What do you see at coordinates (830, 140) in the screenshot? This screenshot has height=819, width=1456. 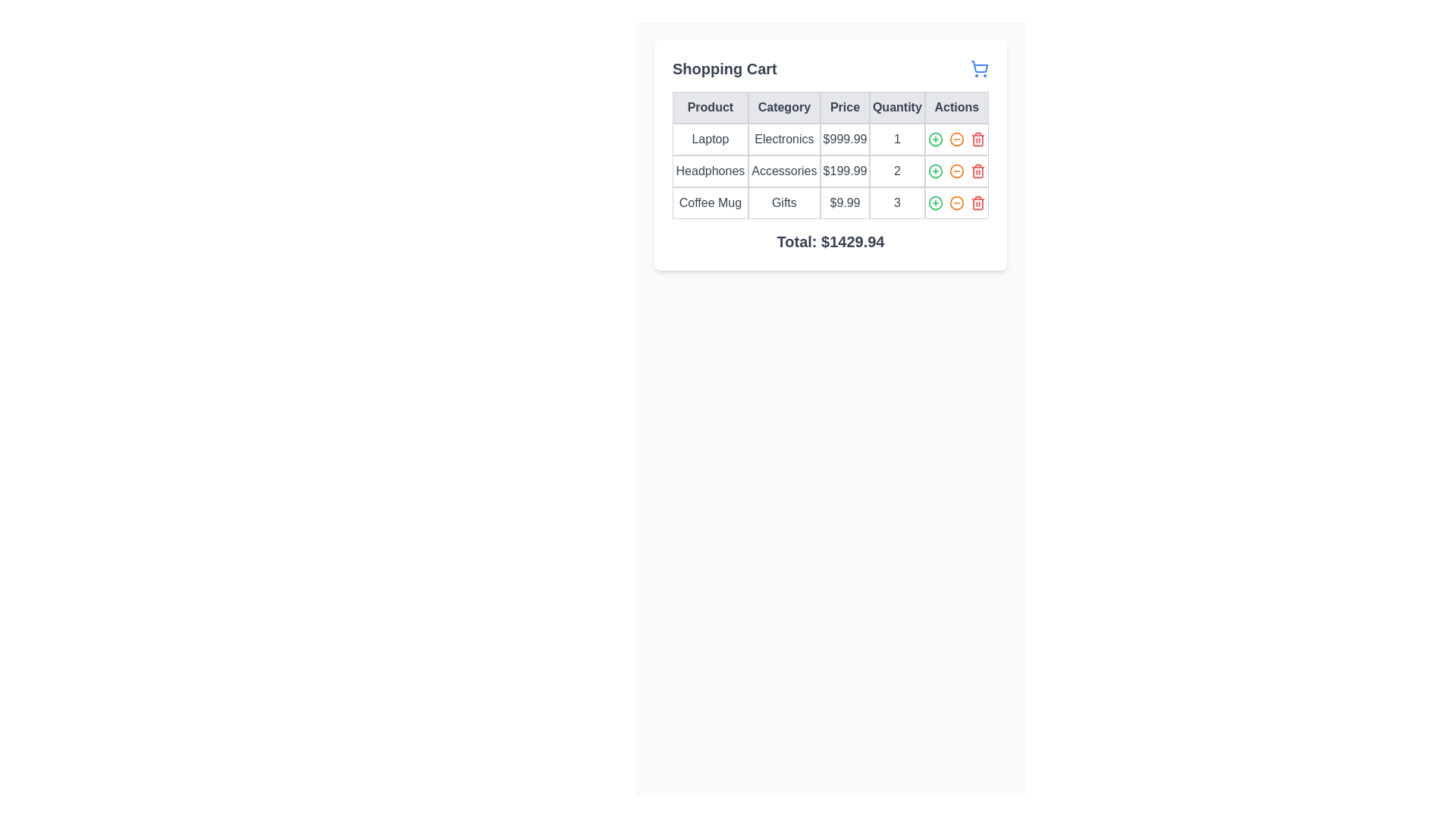 I see `the first row of the 'Shopping Cart' table that presents product details including title, category, price, and quantity` at bounding box center [830, 140].